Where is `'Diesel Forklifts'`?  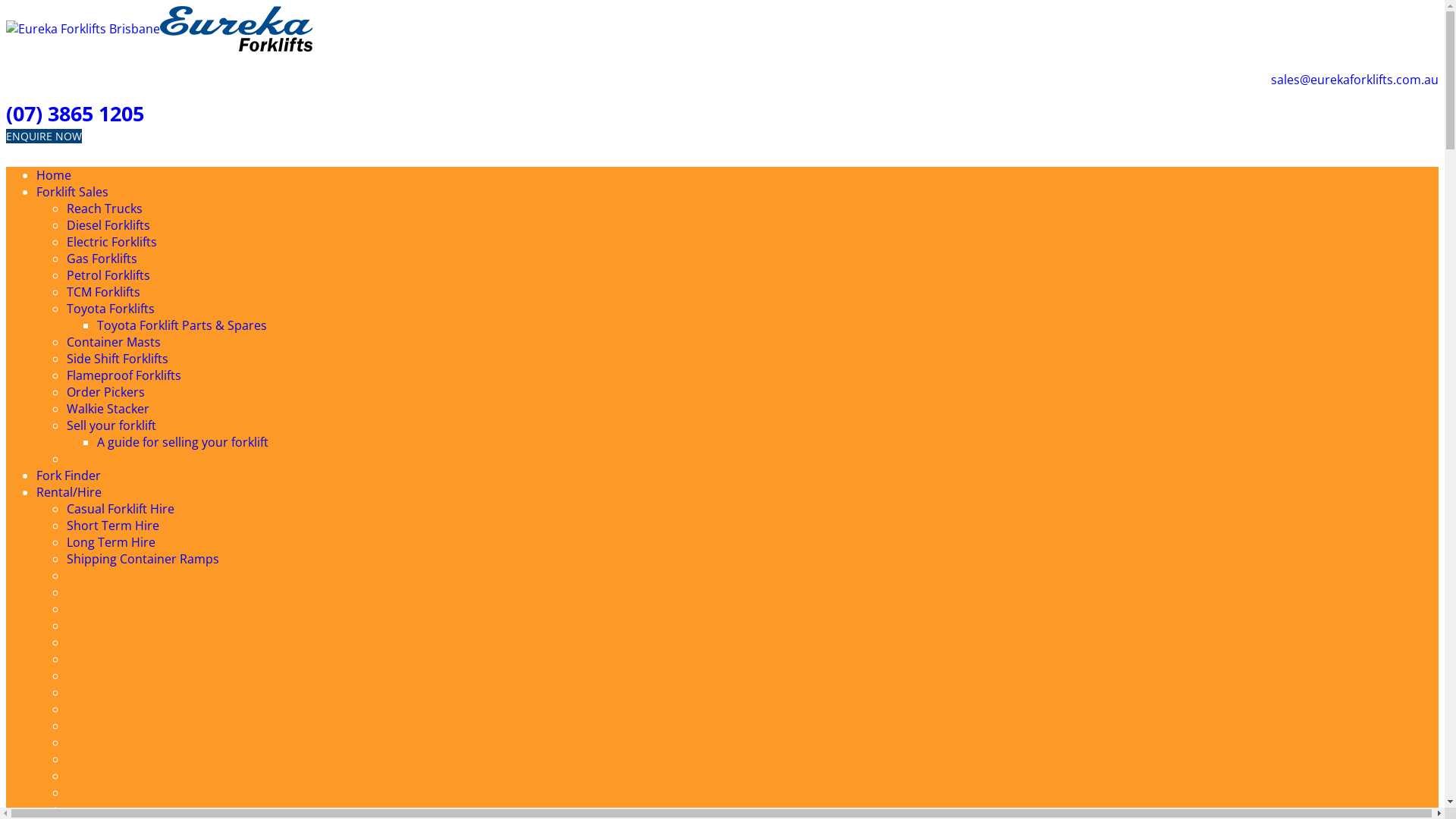 'Diesel Forklifts' is located at coordinates (108, 225).